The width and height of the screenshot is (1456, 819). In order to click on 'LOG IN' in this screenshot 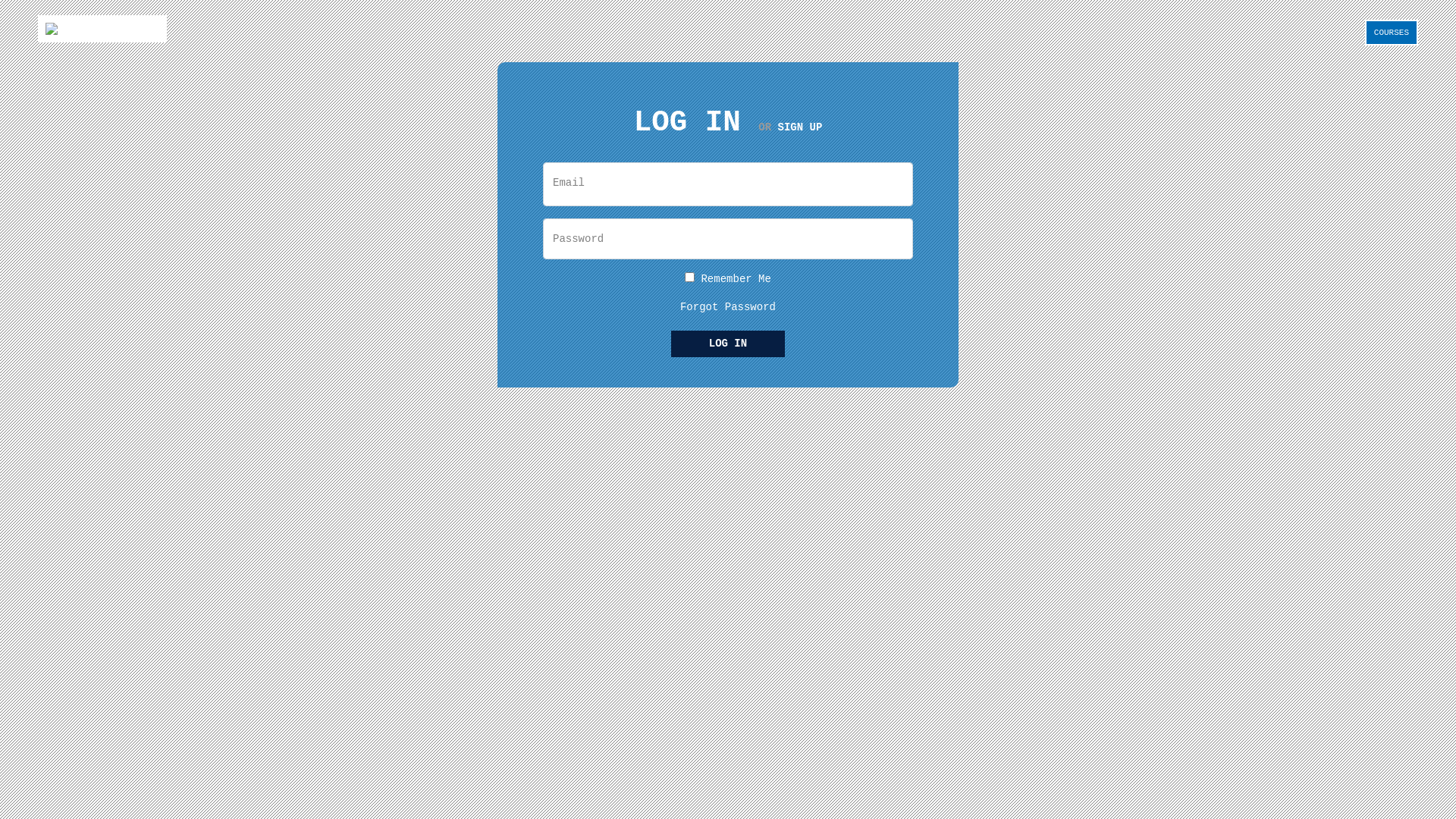, I will do `click(728, 344)`.